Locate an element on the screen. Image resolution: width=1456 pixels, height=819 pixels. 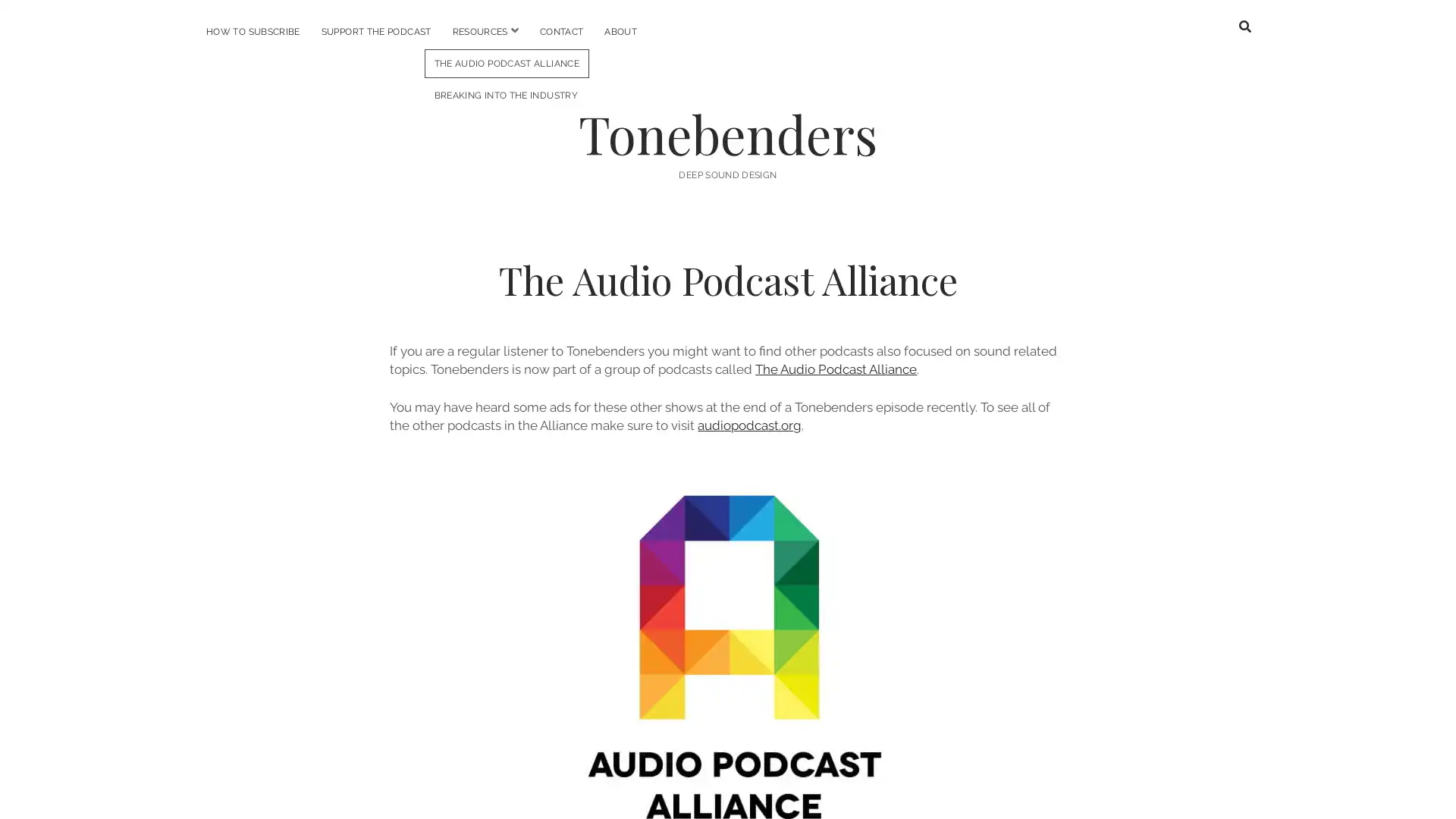
open menu is located at coordinates (513, 30).